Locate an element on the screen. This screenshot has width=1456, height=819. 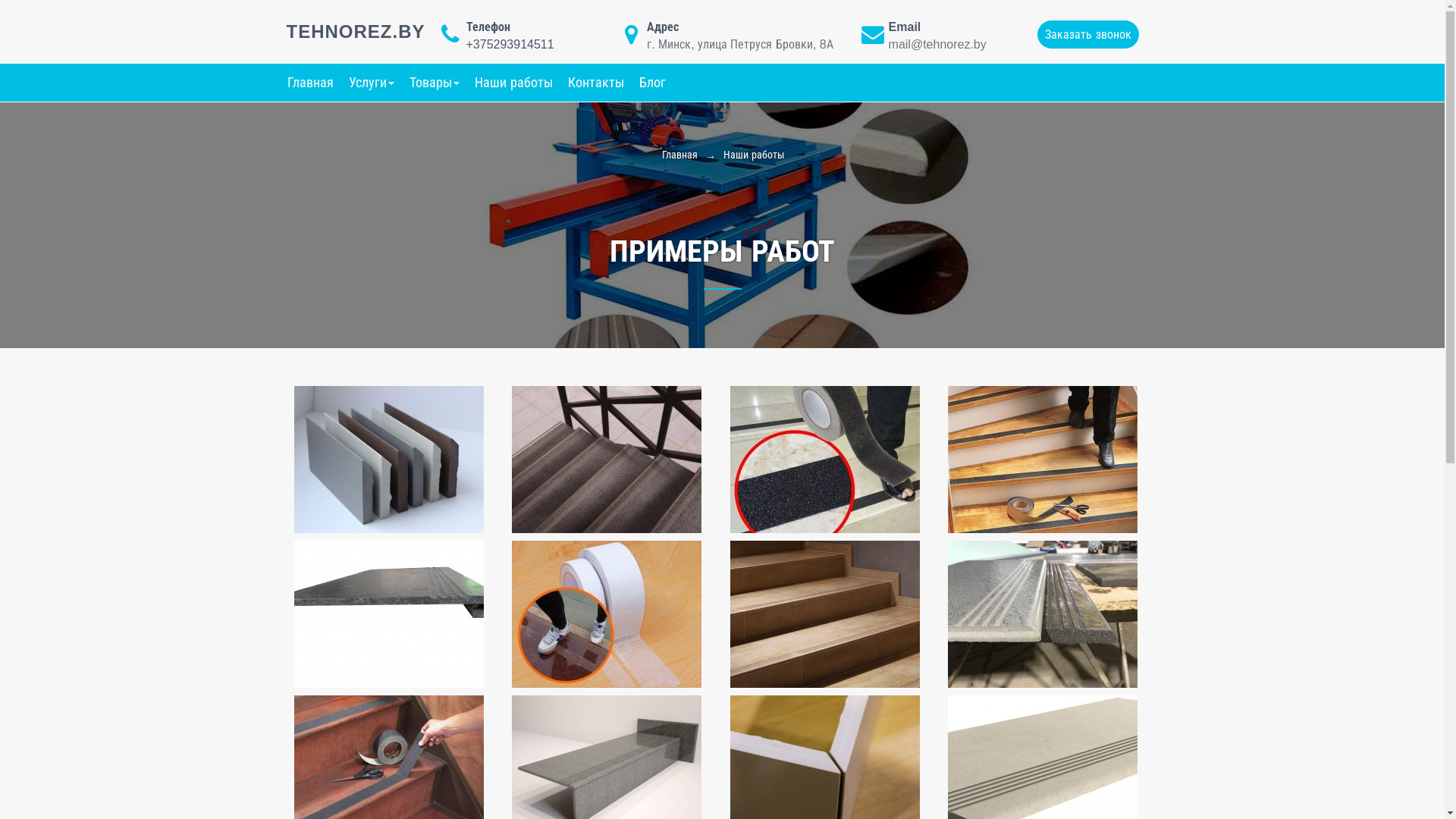
'TEHNOREZ.BY' is located at coordinates (355, 31).